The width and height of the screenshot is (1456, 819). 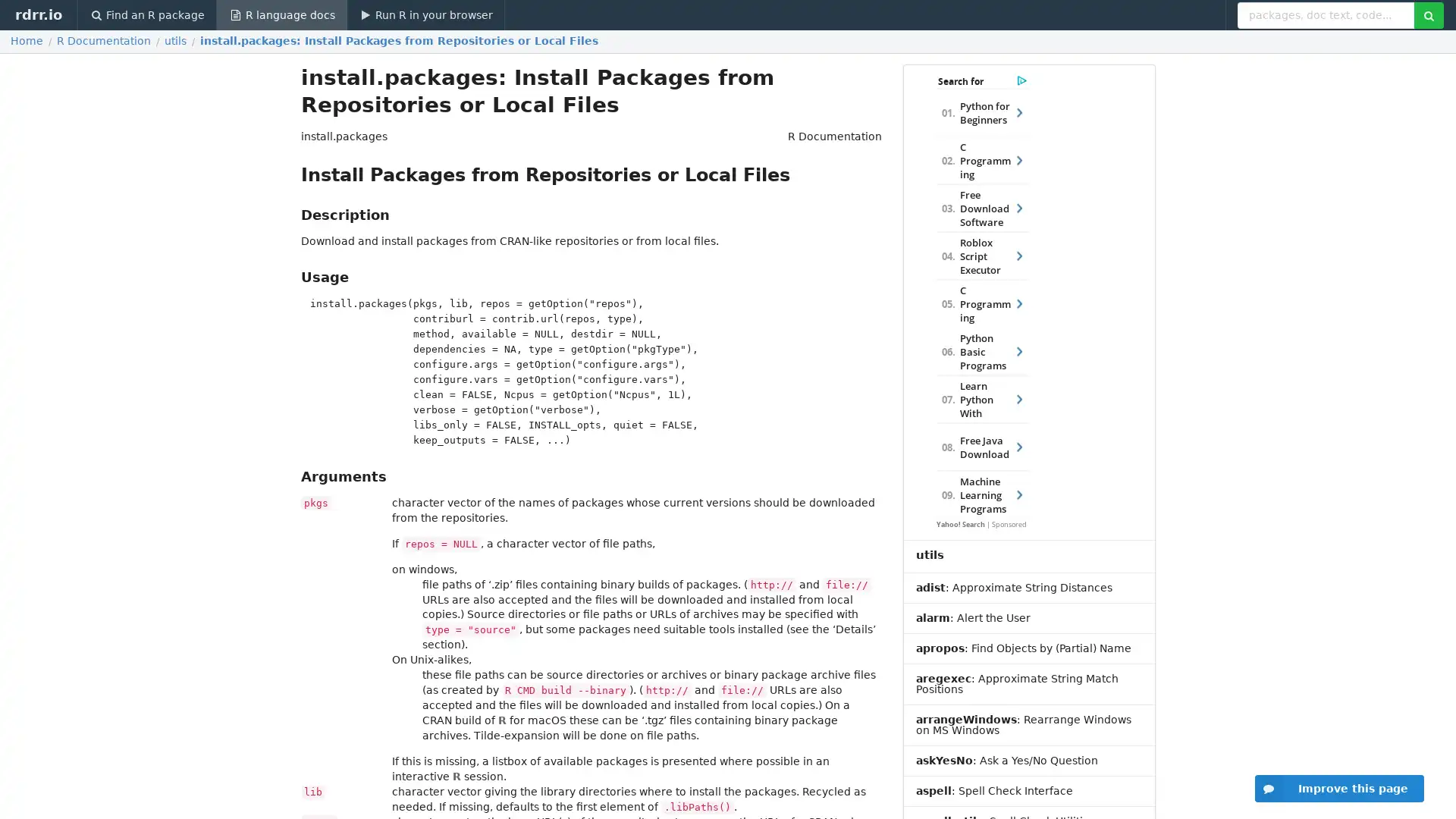 What do you see at coordinates (1339, 788) in the screenshot?
I see `Improve this page` at bounding box center [1339, 788].